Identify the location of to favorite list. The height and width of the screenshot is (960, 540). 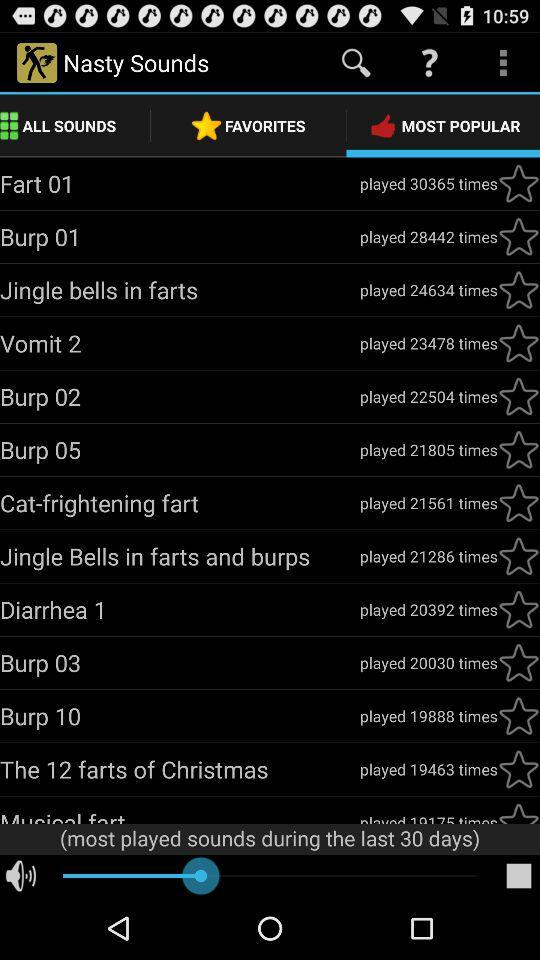
(518, 183).